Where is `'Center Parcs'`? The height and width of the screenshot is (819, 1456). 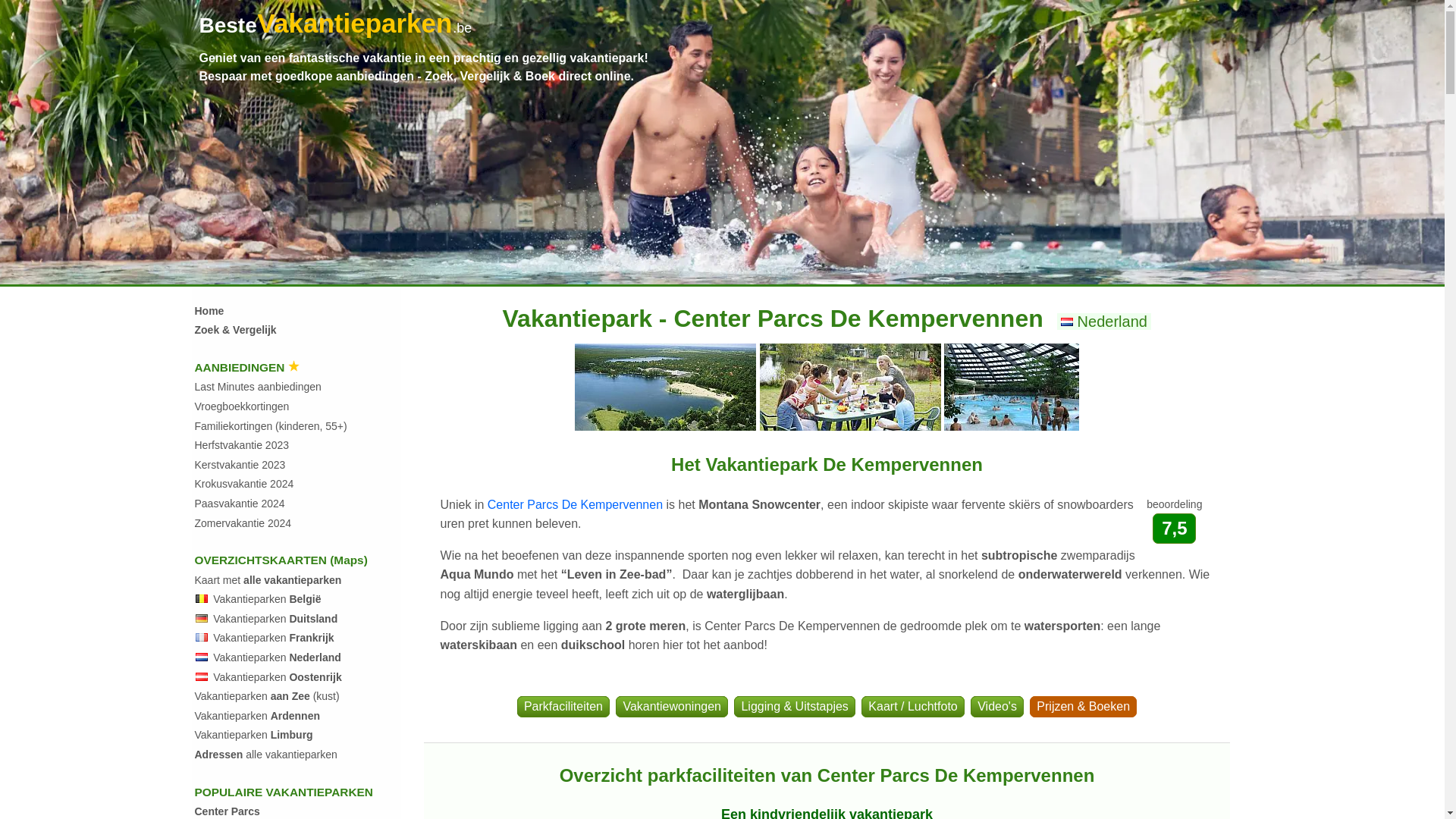 'Center Parcs' is located at coordinates (225, 810).